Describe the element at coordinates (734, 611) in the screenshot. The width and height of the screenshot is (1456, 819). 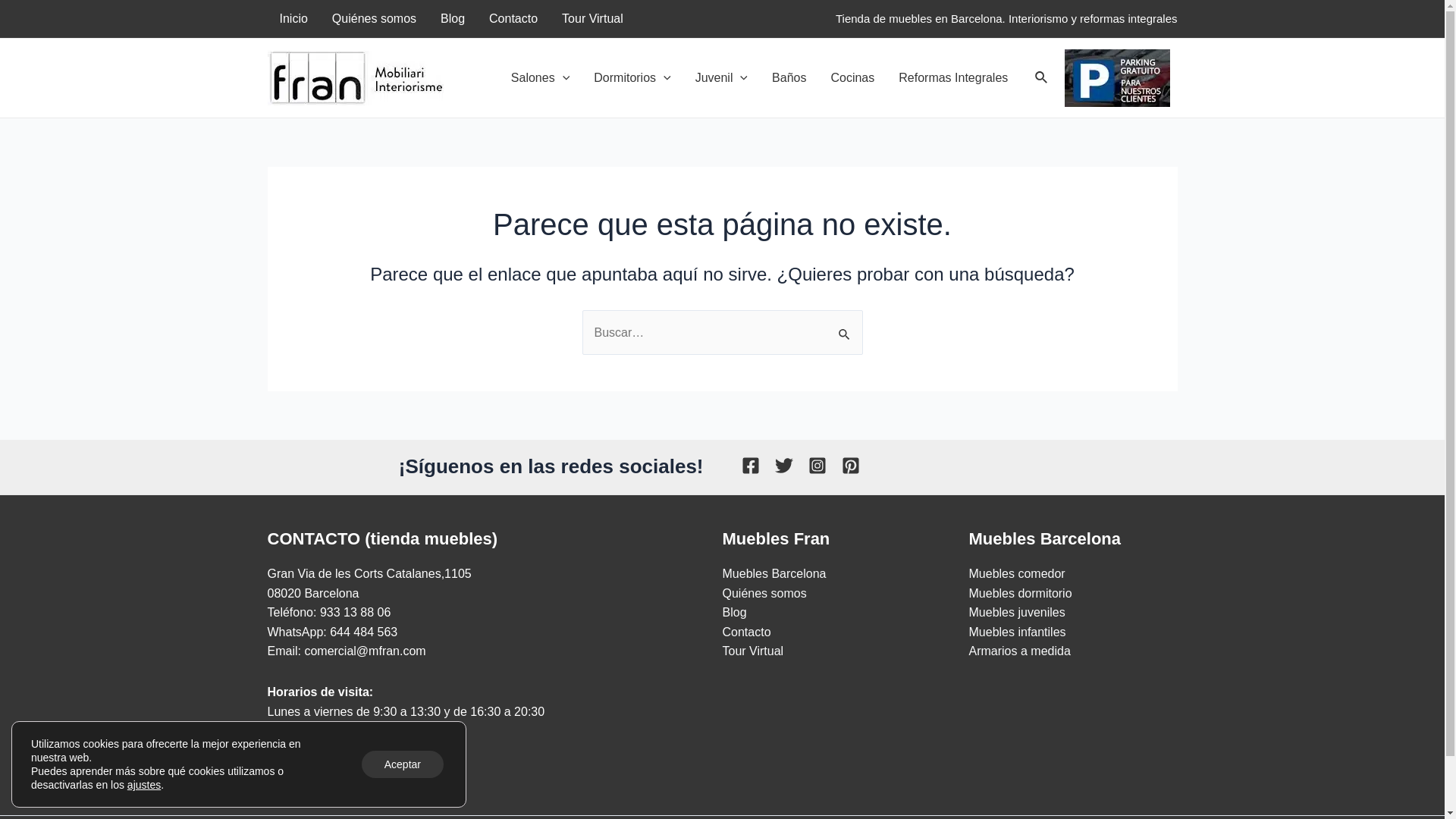
I see `'Blog'` at that location.